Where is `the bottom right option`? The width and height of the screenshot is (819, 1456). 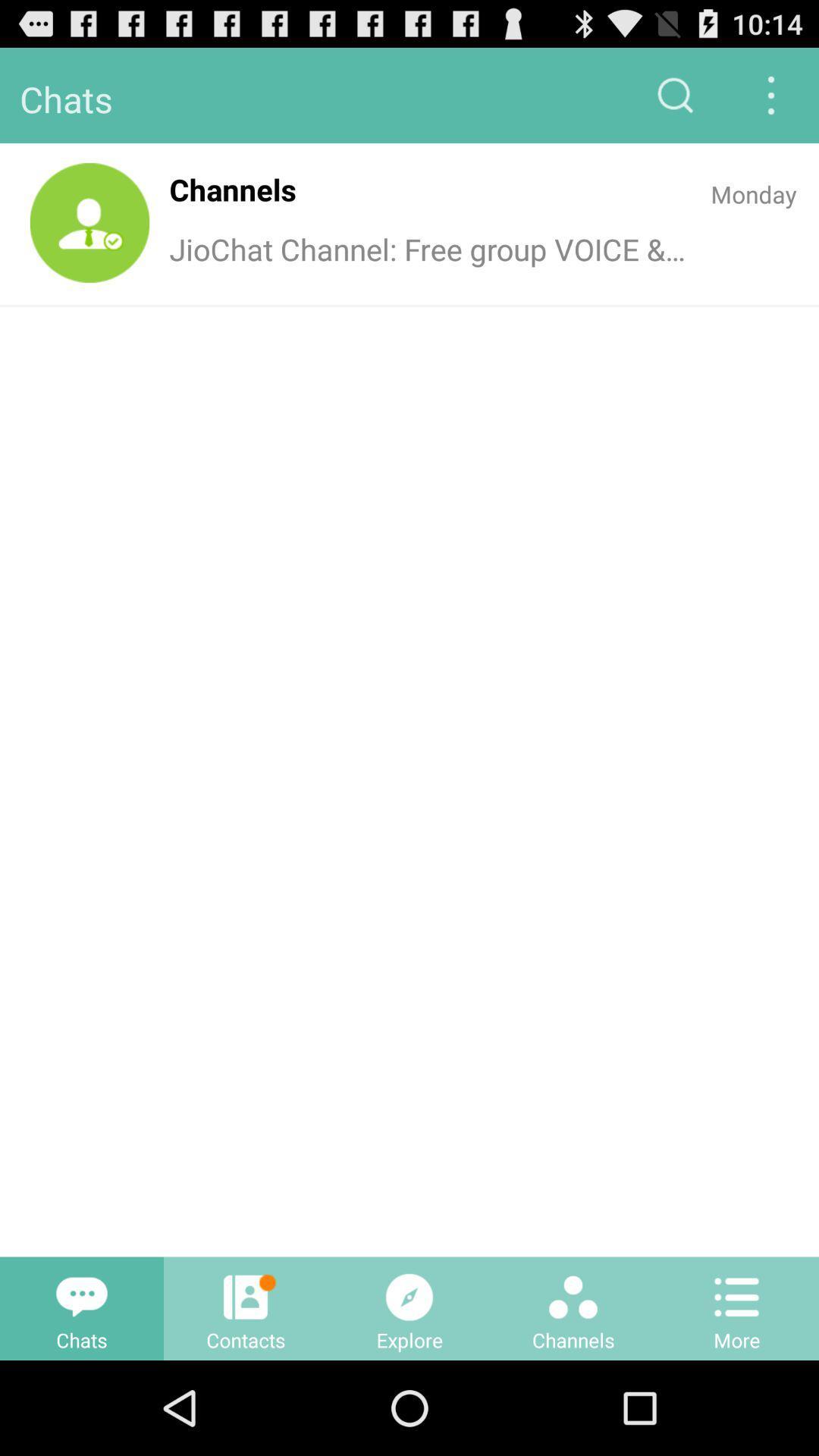
the bottom right option is located at coordinates (736, 1308).